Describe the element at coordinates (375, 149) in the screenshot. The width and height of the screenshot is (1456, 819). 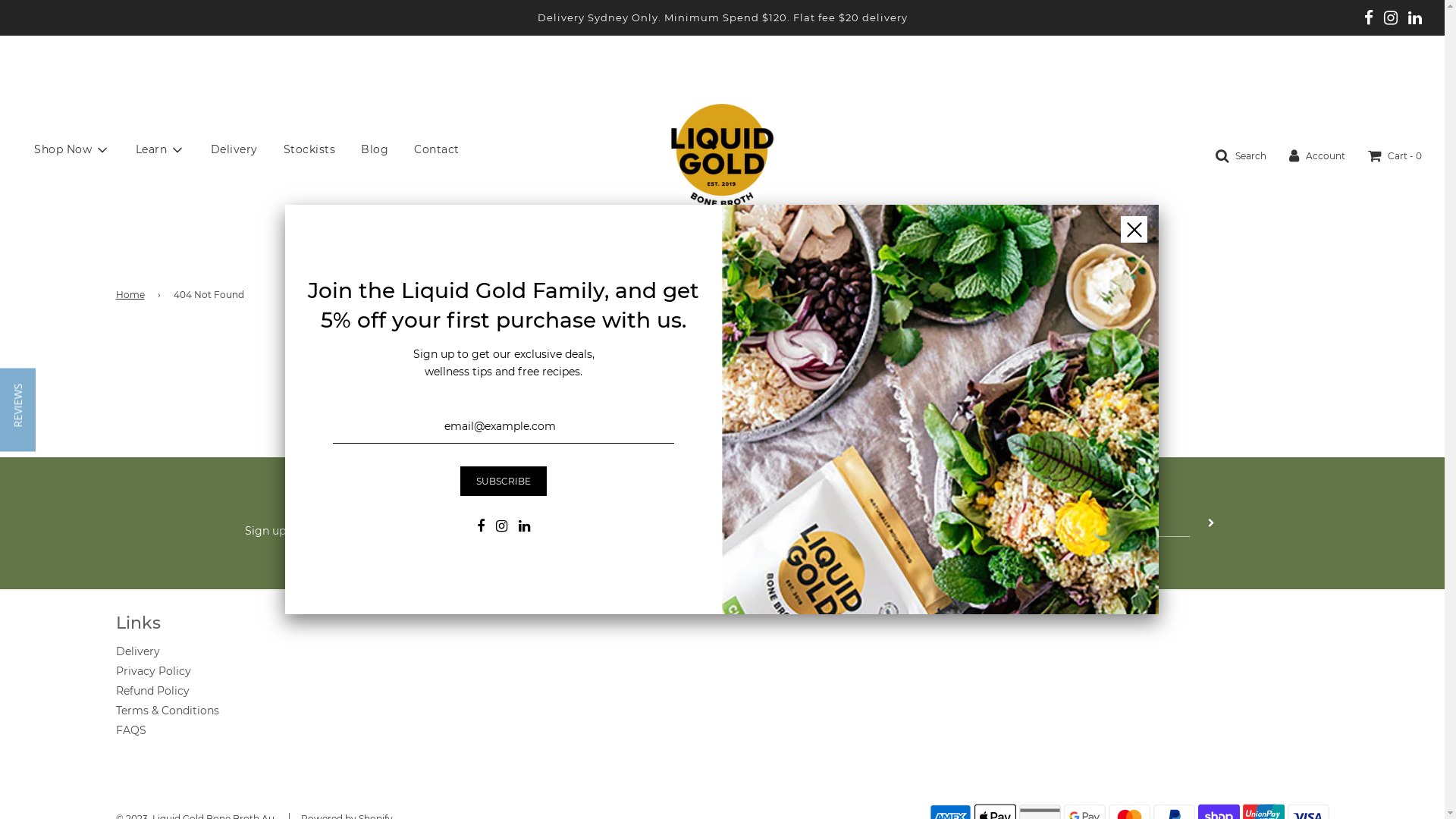
I see `'Blog'` at that location.